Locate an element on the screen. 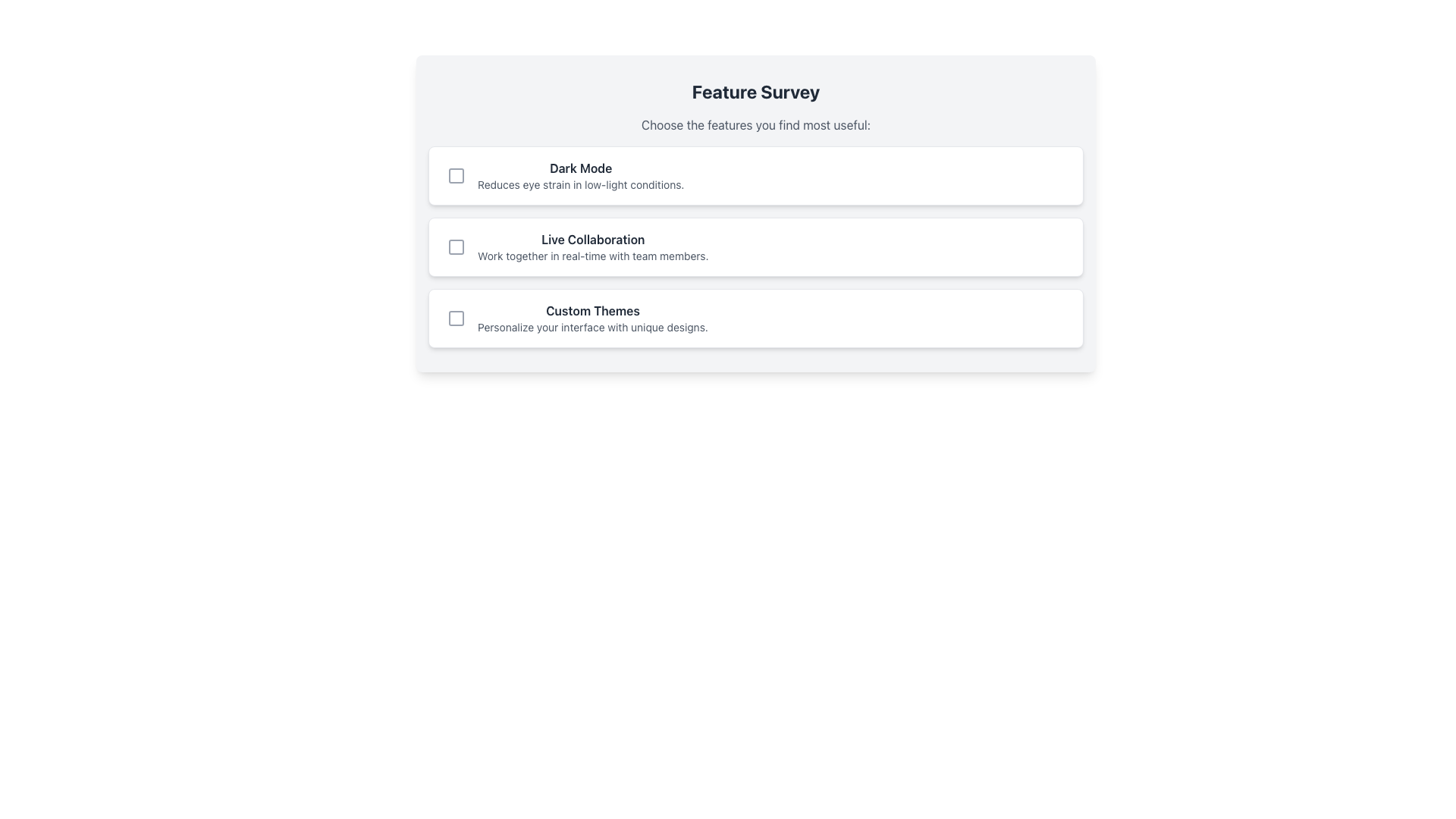  the rounded square icon of the checkbox indicator for the 'Custom Themes' option, which is the third item in the list is located at coordinates (455, 318).